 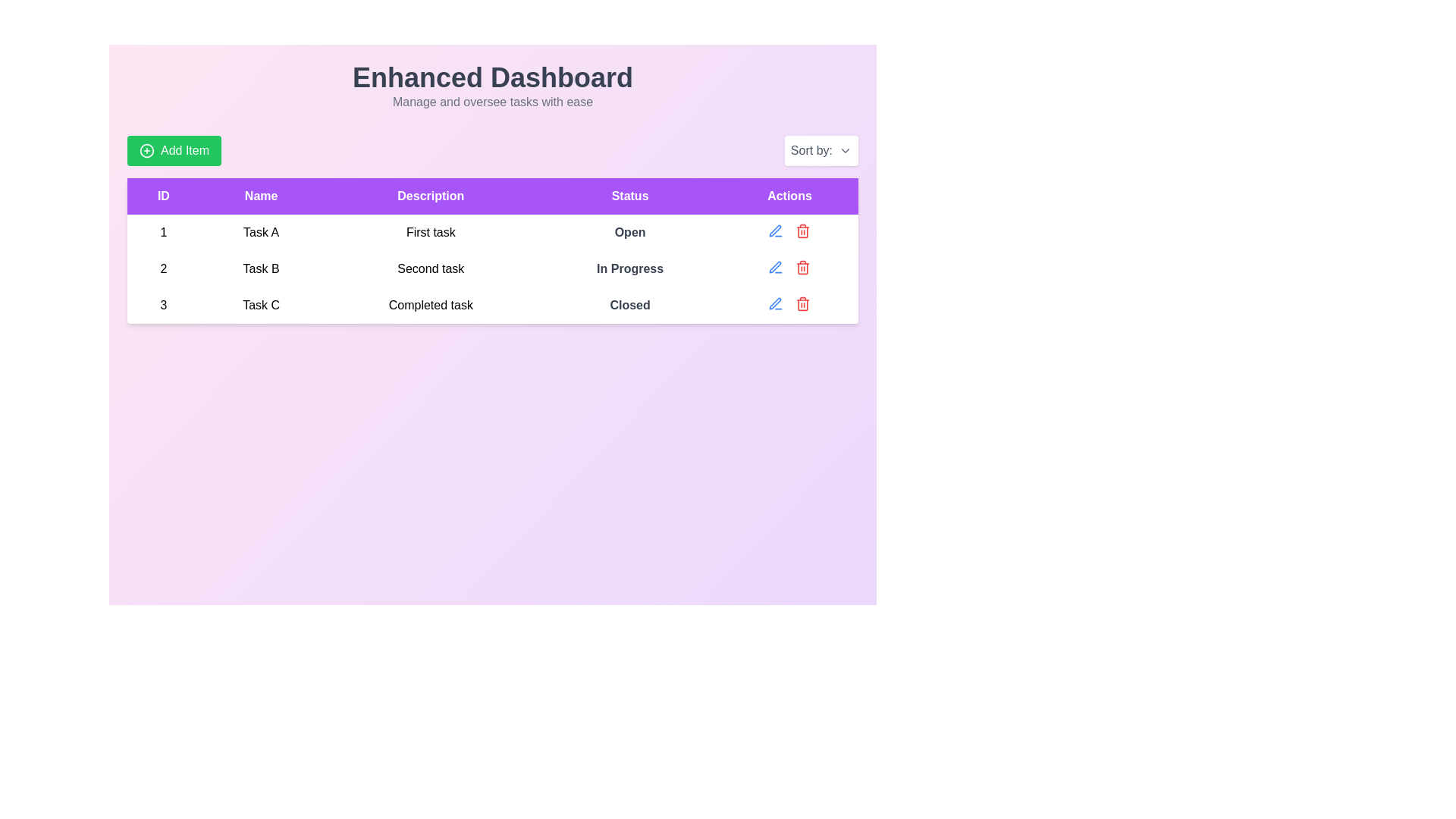 What do you see at coordinates (776, 267) in the screenshot?
I see `the first icon in the 'Actions' column of the second row in the table` at bounding box center [776, 267].